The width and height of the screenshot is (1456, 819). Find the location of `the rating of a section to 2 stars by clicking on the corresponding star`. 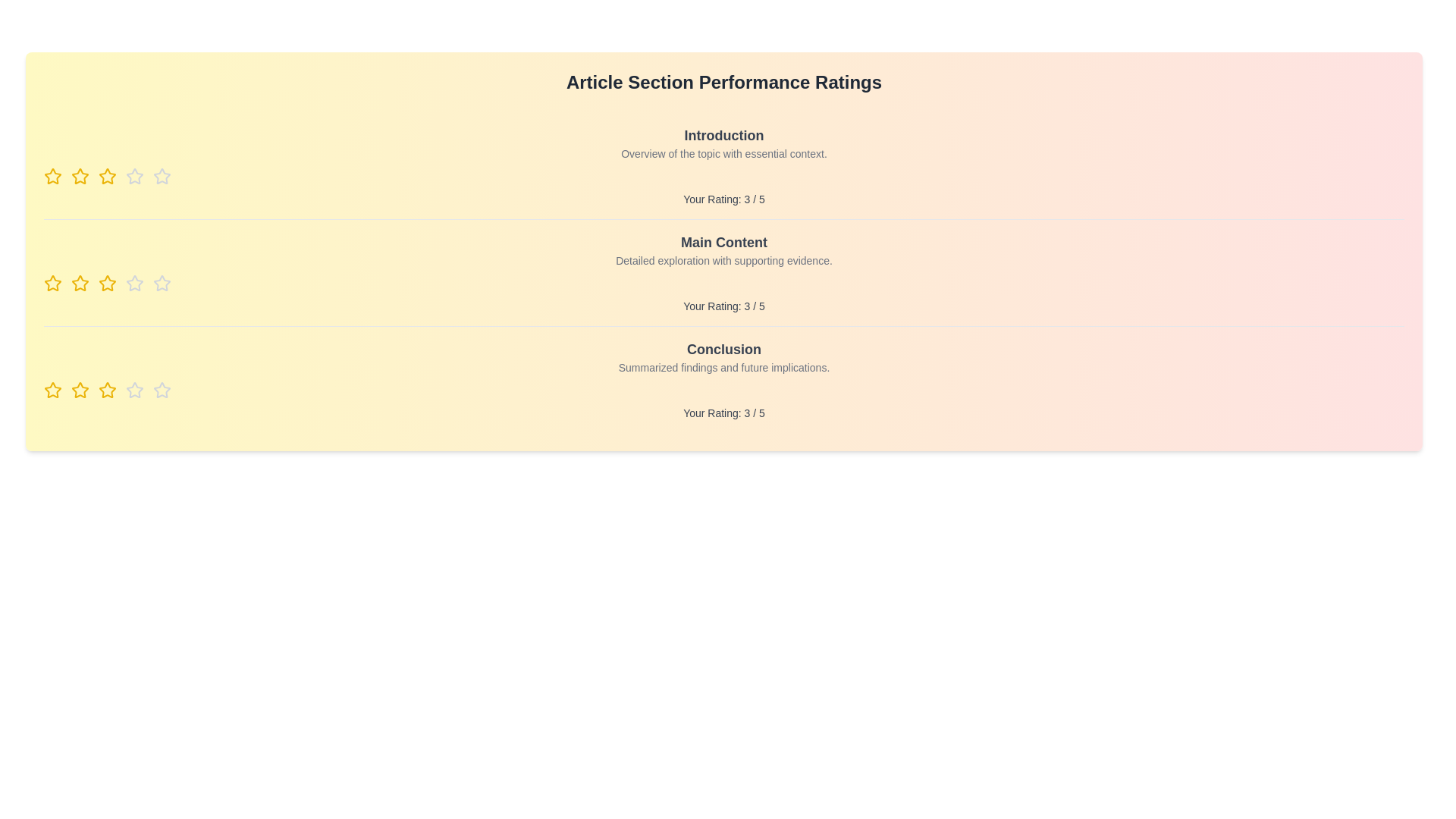

the rating of a section to 2 stars by clicking on the corresponding star is located at coordinates (79, 175).